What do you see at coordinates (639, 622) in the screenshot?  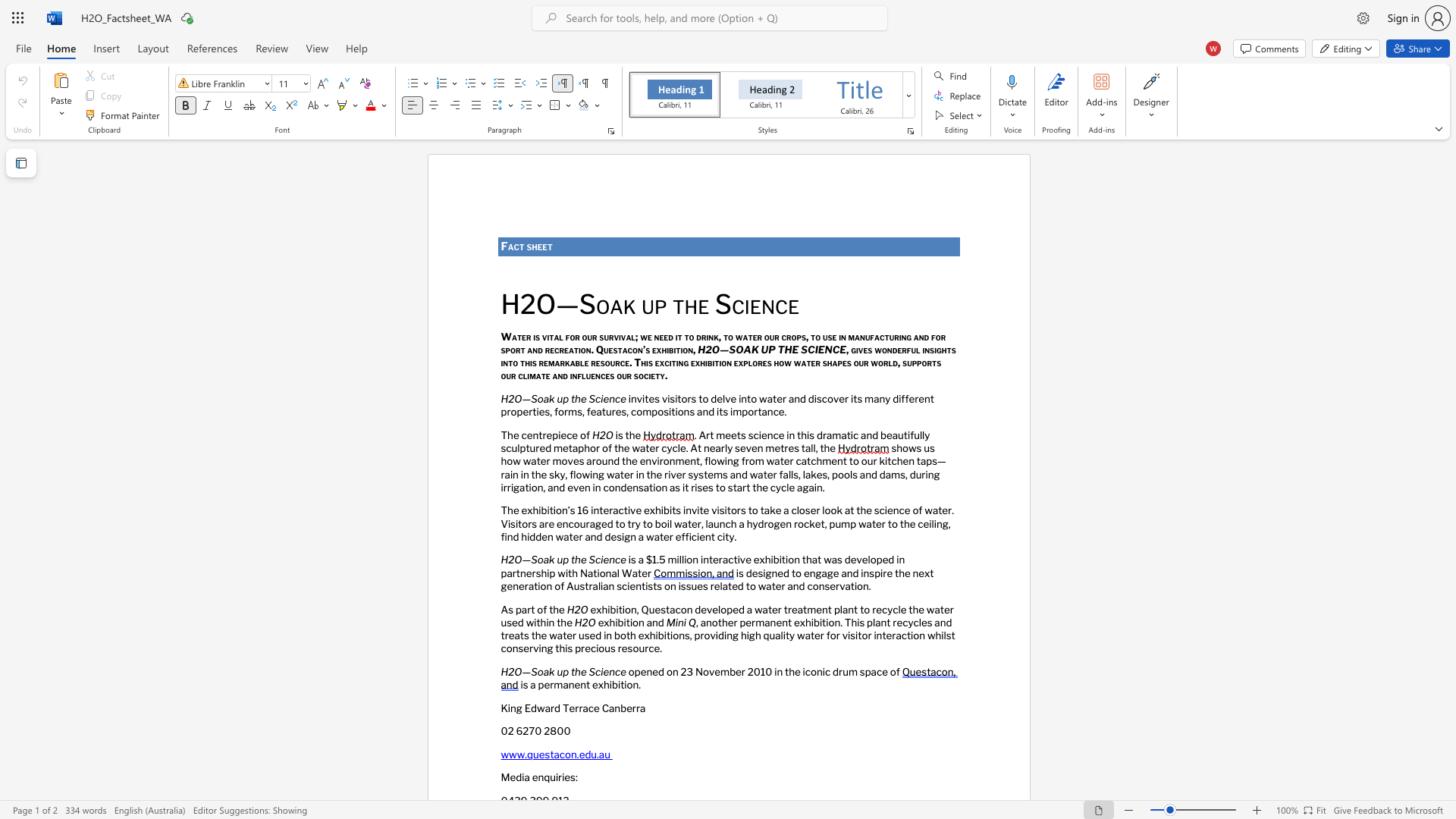 I see `the subset text "n and" within the text "exhibition and"` at bounding box center [639, 622].